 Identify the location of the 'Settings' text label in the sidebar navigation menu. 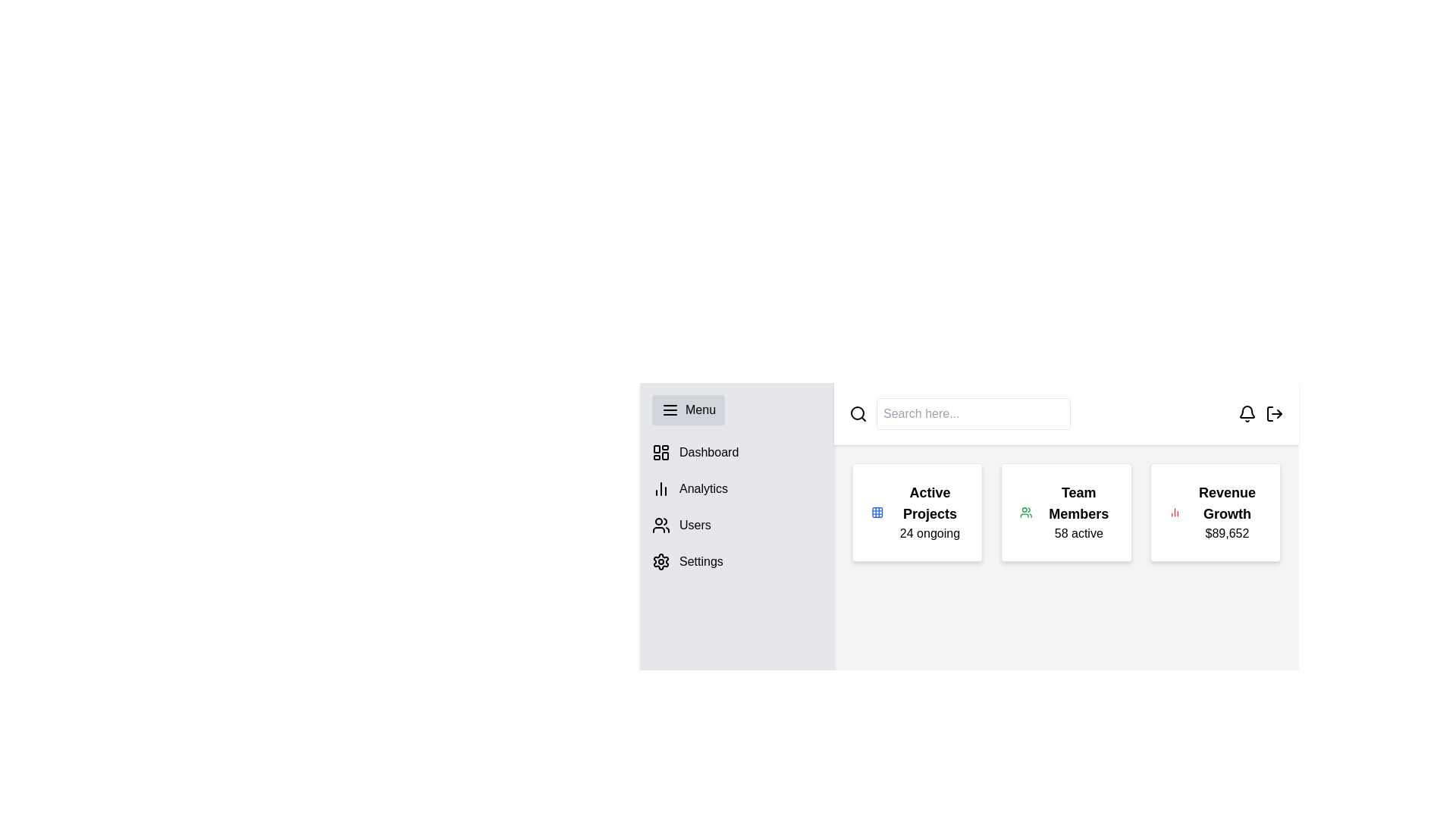
(700, 561).